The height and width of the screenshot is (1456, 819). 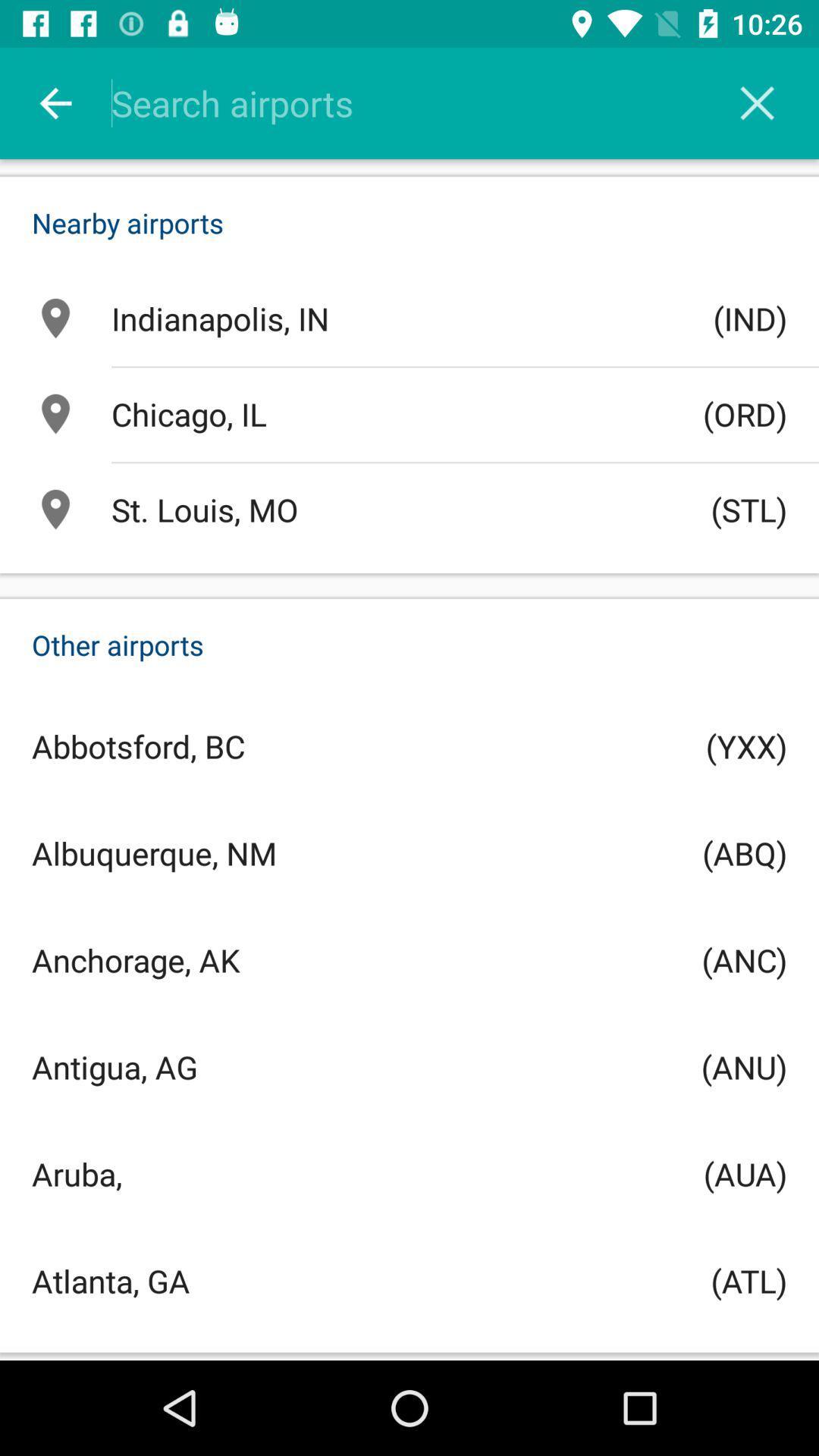 What do you see at coordinates (757, 102) in the screenshot?
I see `the item above nearby airports icon` at bounding box center [757, 102].